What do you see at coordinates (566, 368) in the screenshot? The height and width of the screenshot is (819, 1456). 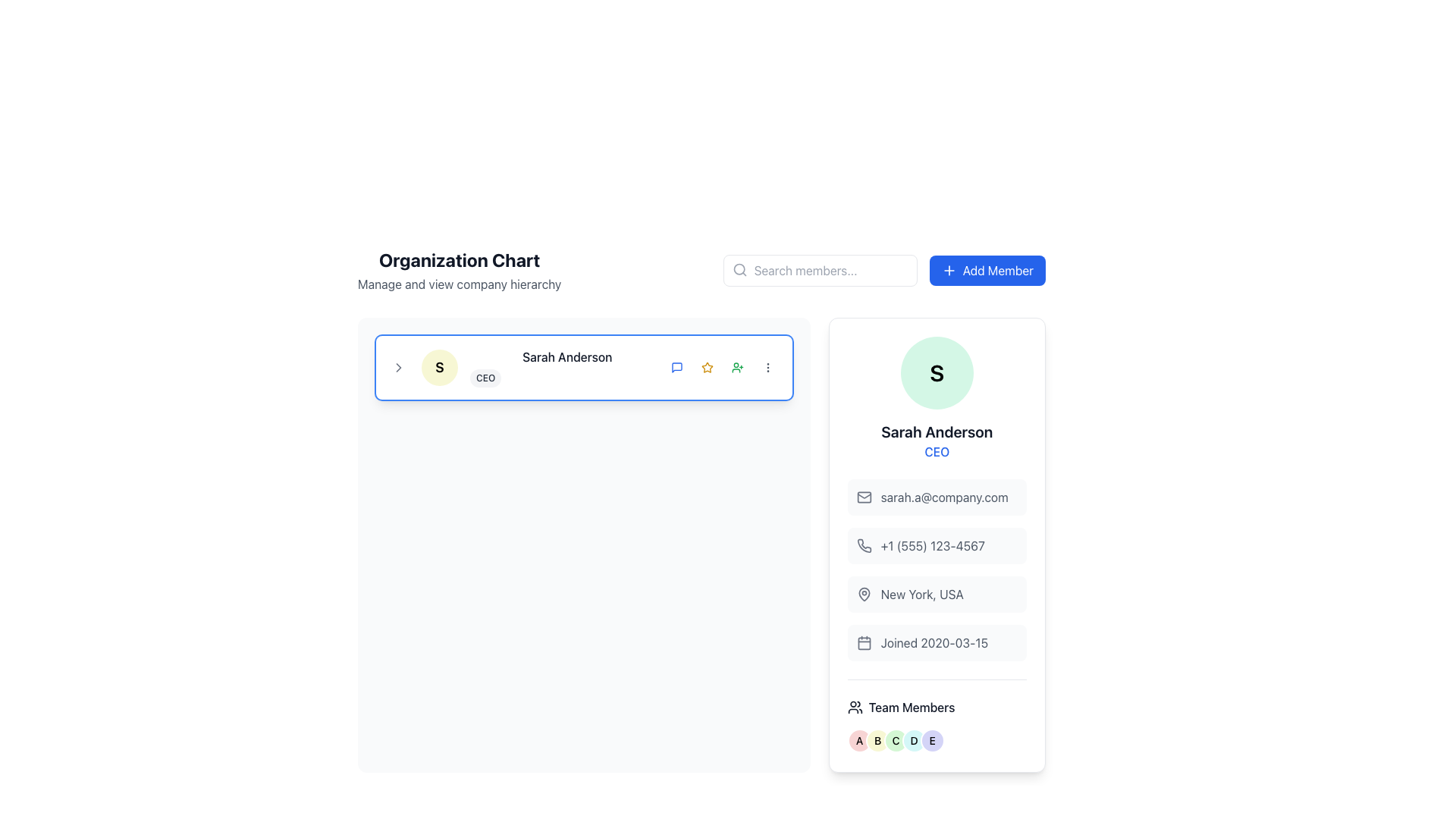 I see `the Text display that shows the name 'Sarah Anderson' and the title 'CEO', located centrally within a horizontal card with a blue border` at bounding box center [566, 368].